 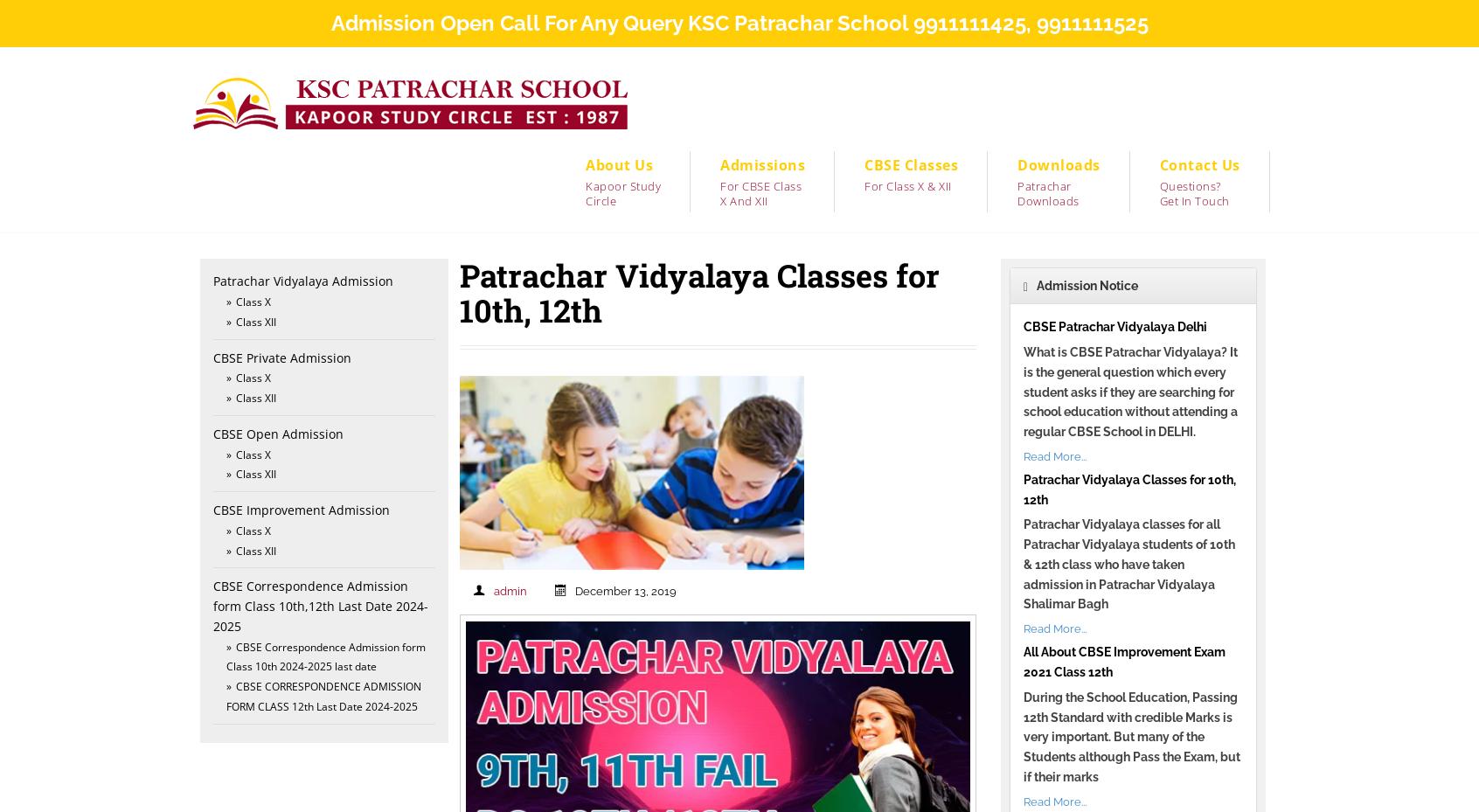 What do you see at coordinates (1086, 286) in the screenshot?
I see `'Admission Notice'` at bounding box center [1086, 286].